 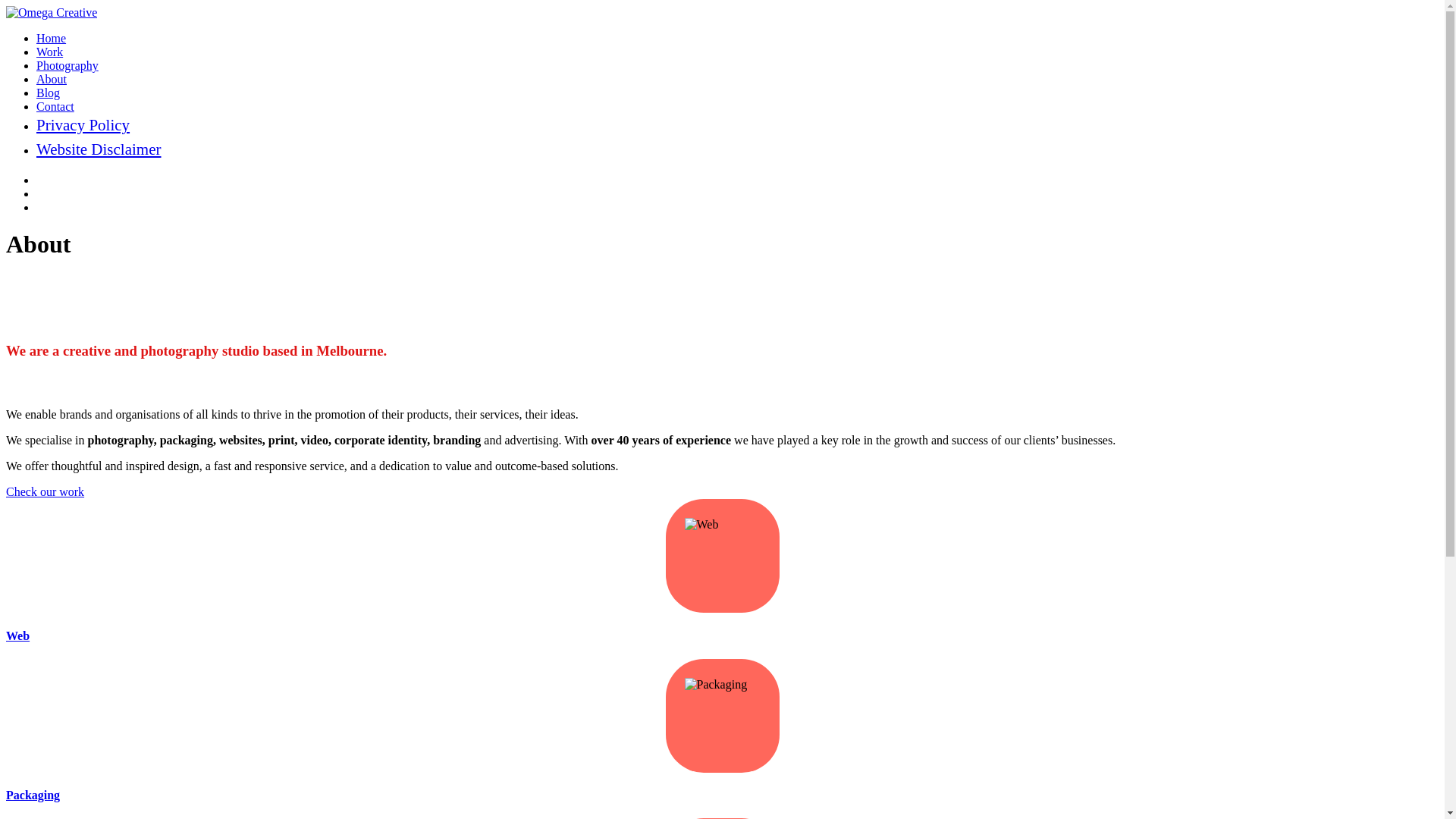 I want to click on 'Check our work', so click(x=6, y=491).